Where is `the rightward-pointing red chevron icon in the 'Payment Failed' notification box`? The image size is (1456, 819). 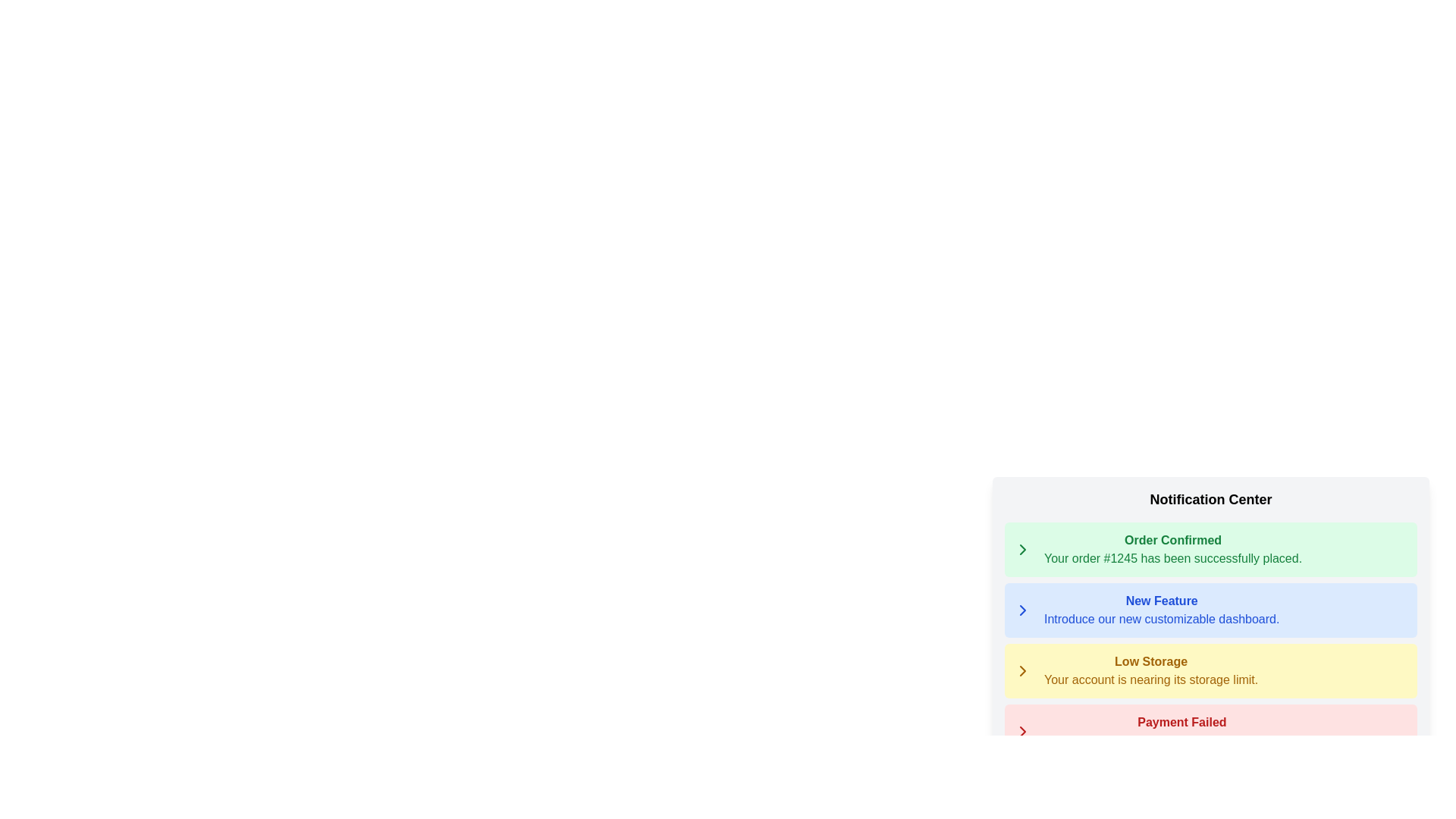
the rightward-pointing red chevron icon in the 'Payment Failed' notification box is located at coordinates (1022, 730).